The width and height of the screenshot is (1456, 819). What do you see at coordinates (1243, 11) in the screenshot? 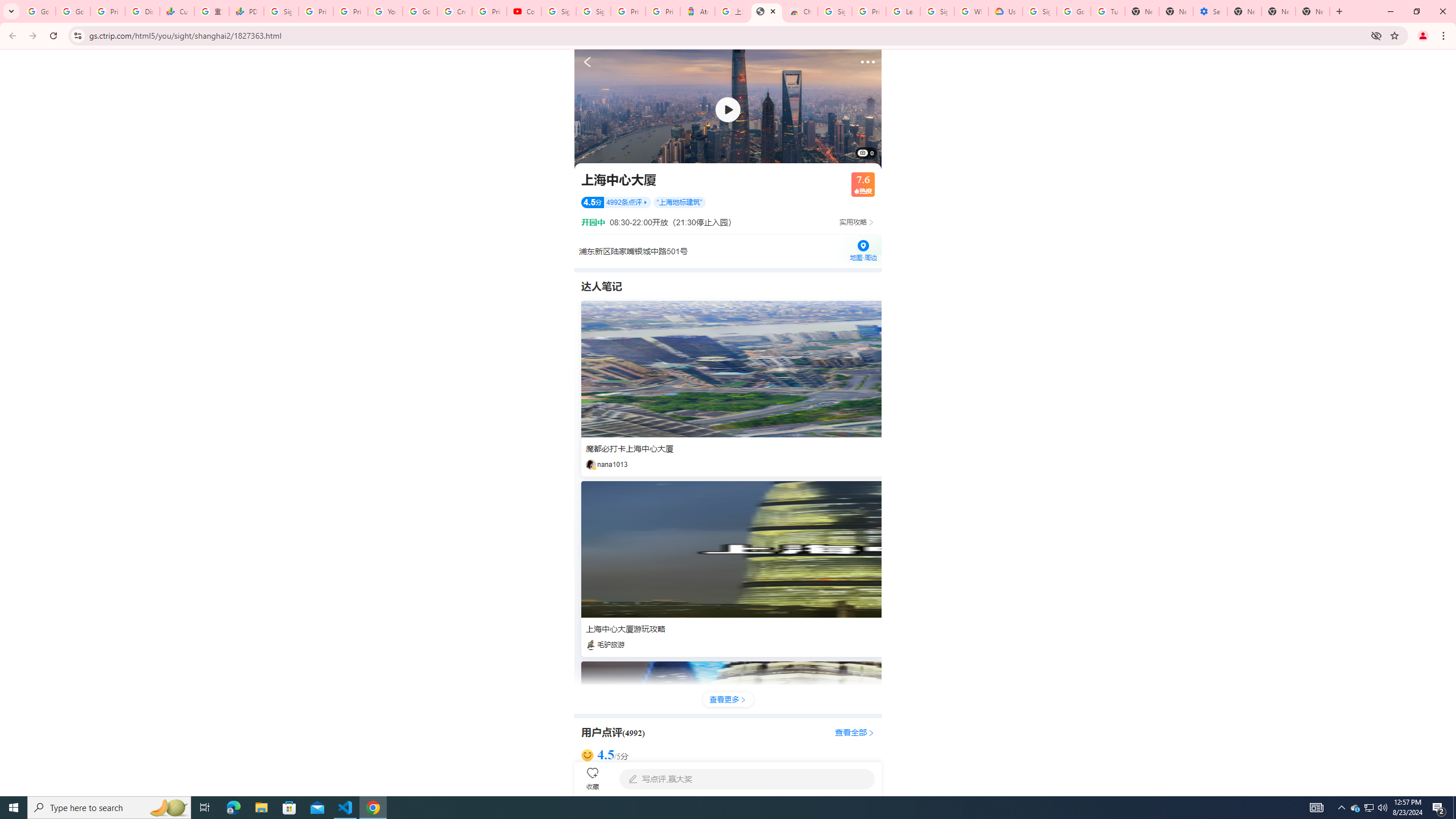
I see `'New Tab'` at bounding box center [1243, 11].